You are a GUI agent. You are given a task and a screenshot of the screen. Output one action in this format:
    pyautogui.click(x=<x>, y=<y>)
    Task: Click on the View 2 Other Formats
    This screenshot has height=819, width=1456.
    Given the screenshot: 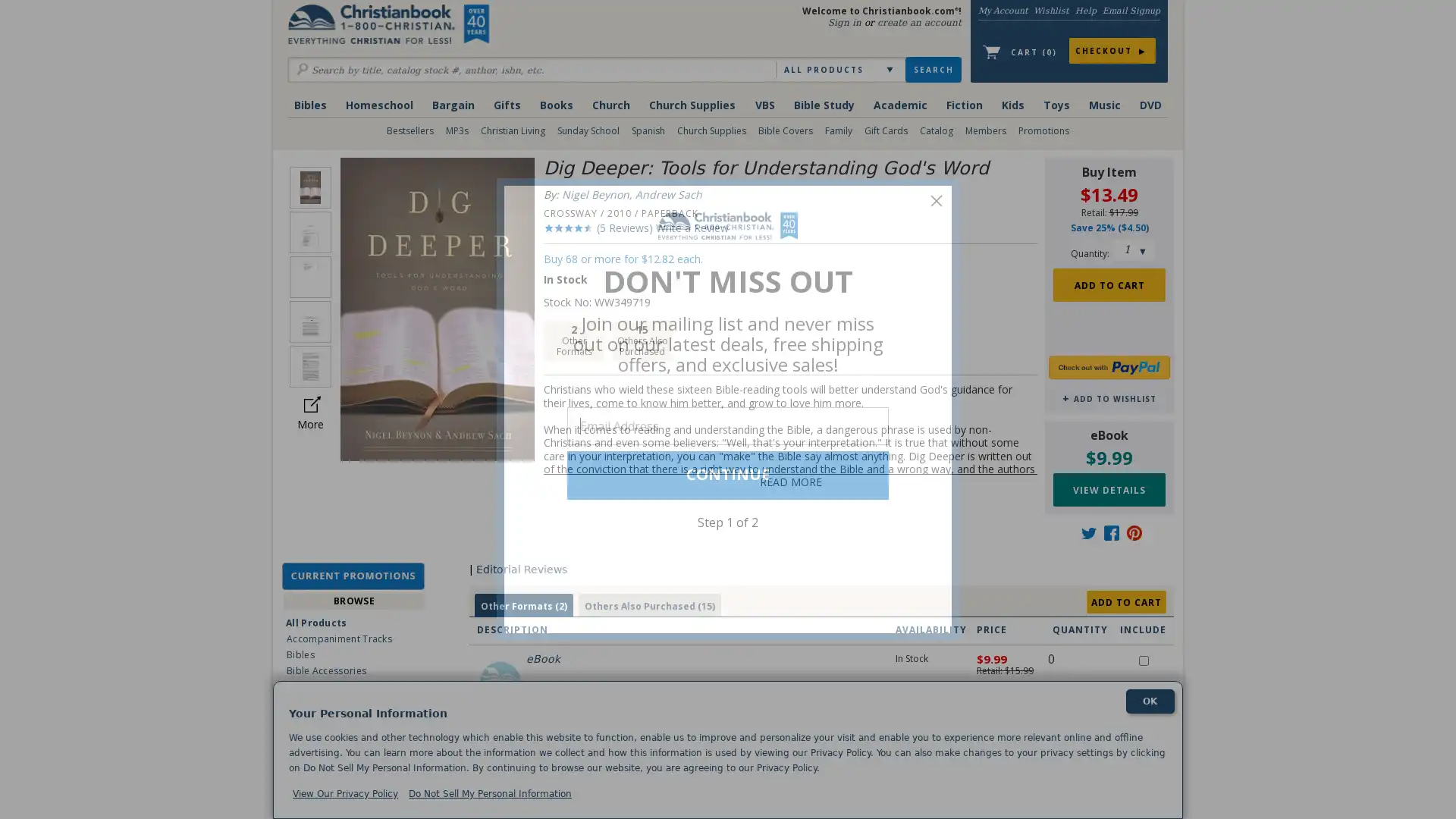 What is the action you would take?
    pyautogui.click(x=523, y=605)
    